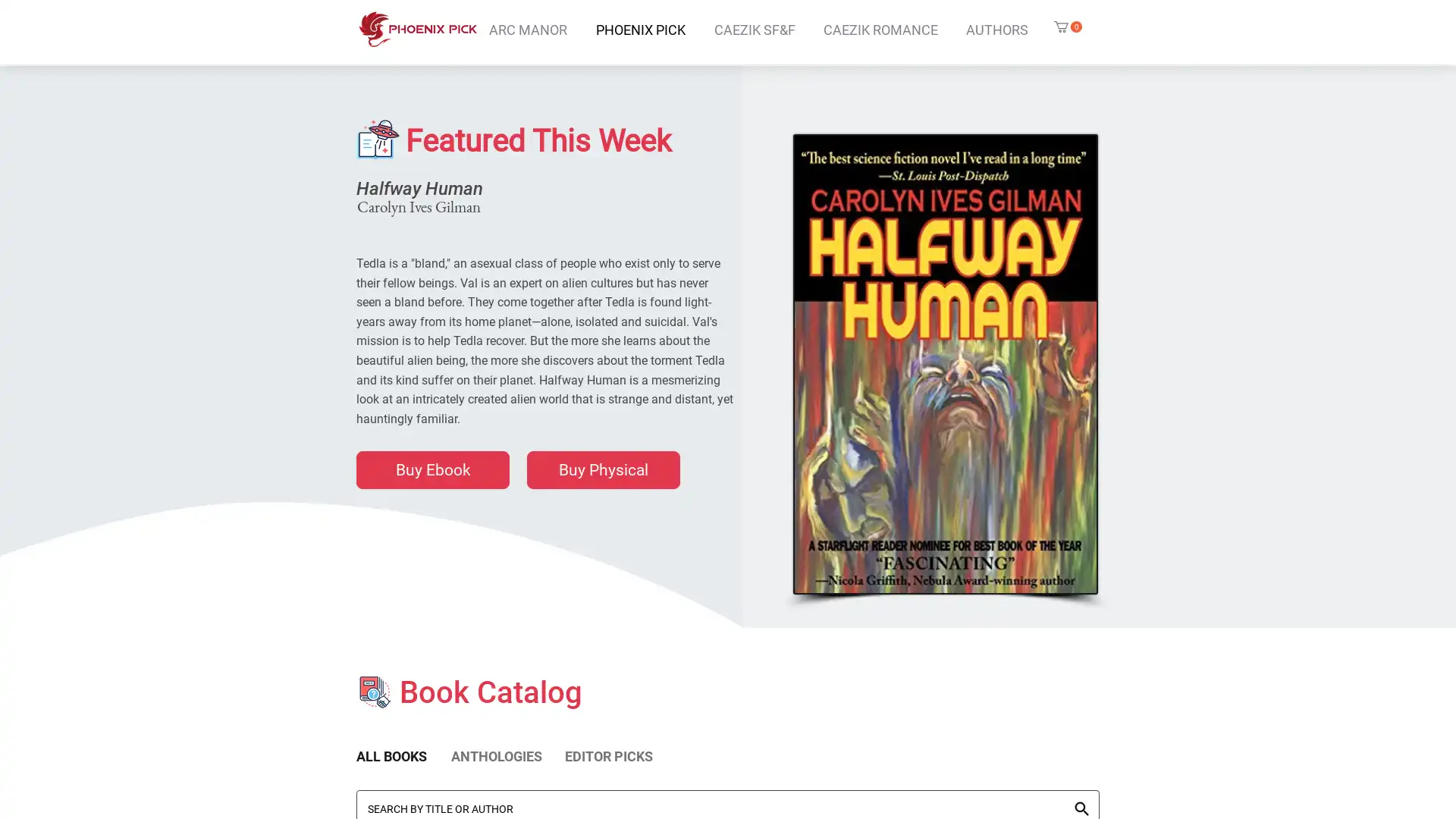 This screenshot has height=819, width=1456. Describe the element at coordinates (508, 757) in the screenshot. I see `ANTHOLOGIES` at that location.